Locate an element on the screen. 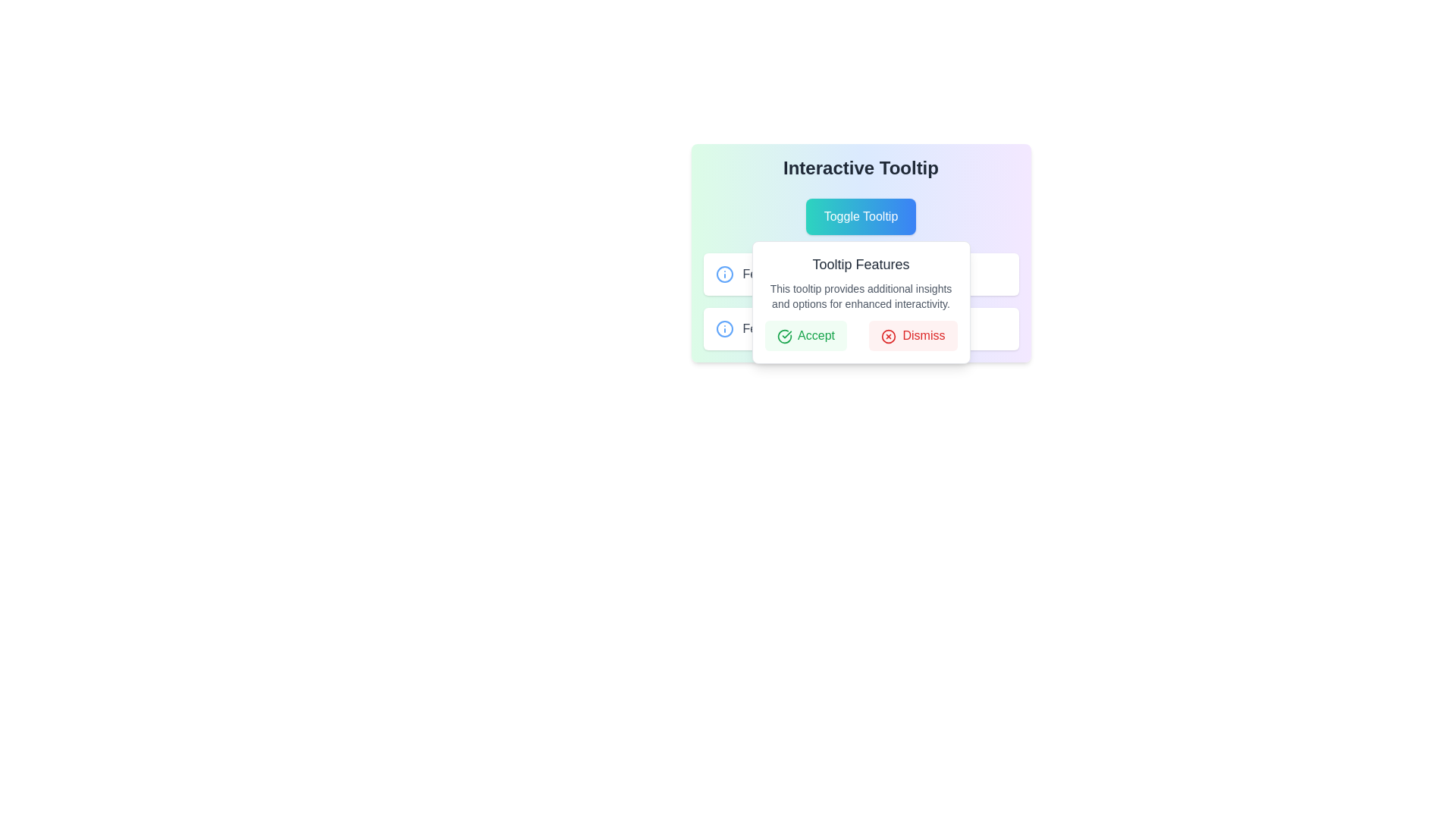 This screenshot has height=819, width=1456. the affirmative button located at the bottom left of the tooltip card is located at coordinates (805, 335).